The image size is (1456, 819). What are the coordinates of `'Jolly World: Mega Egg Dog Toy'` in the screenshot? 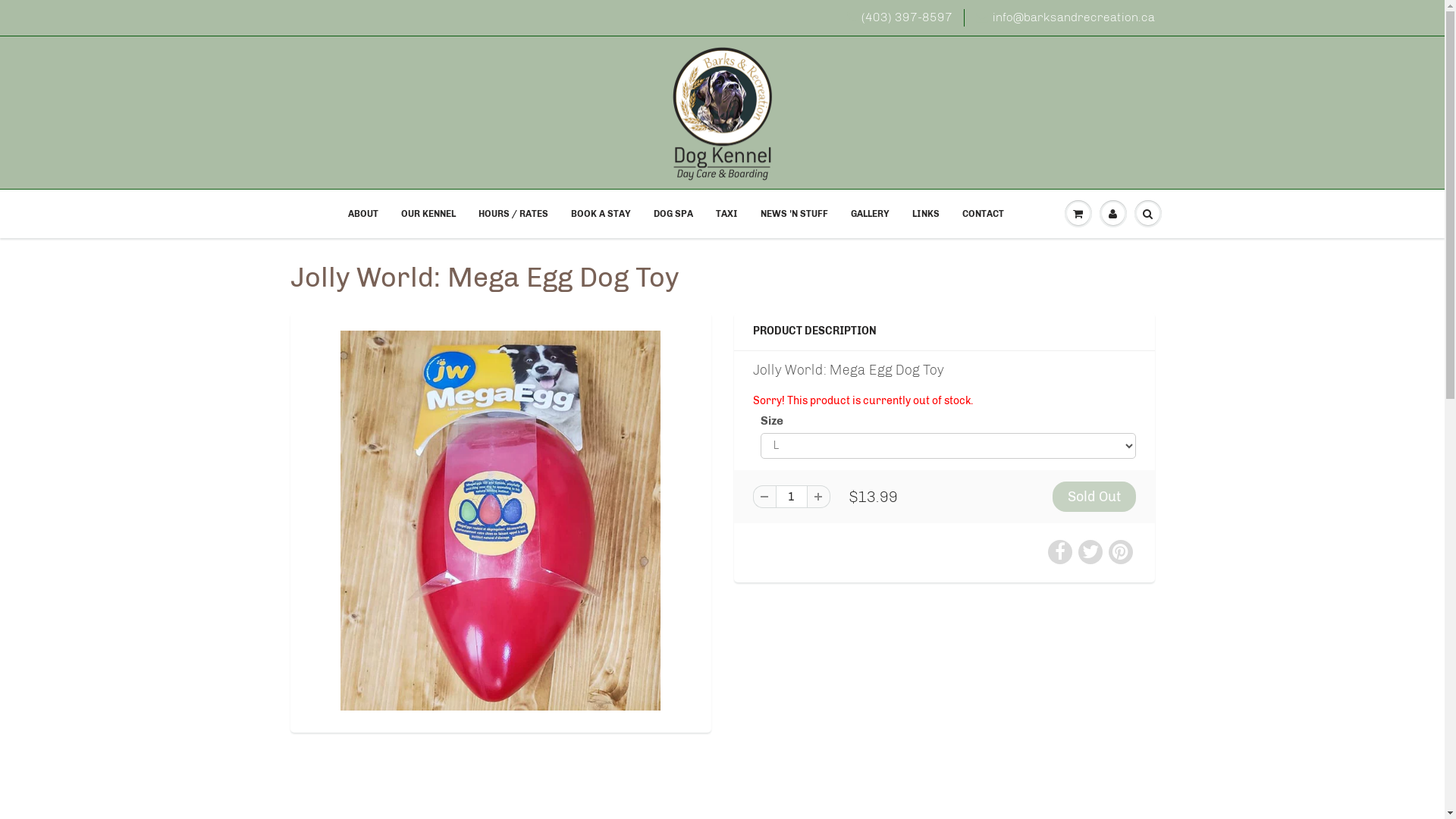 It's located at (500, 519).